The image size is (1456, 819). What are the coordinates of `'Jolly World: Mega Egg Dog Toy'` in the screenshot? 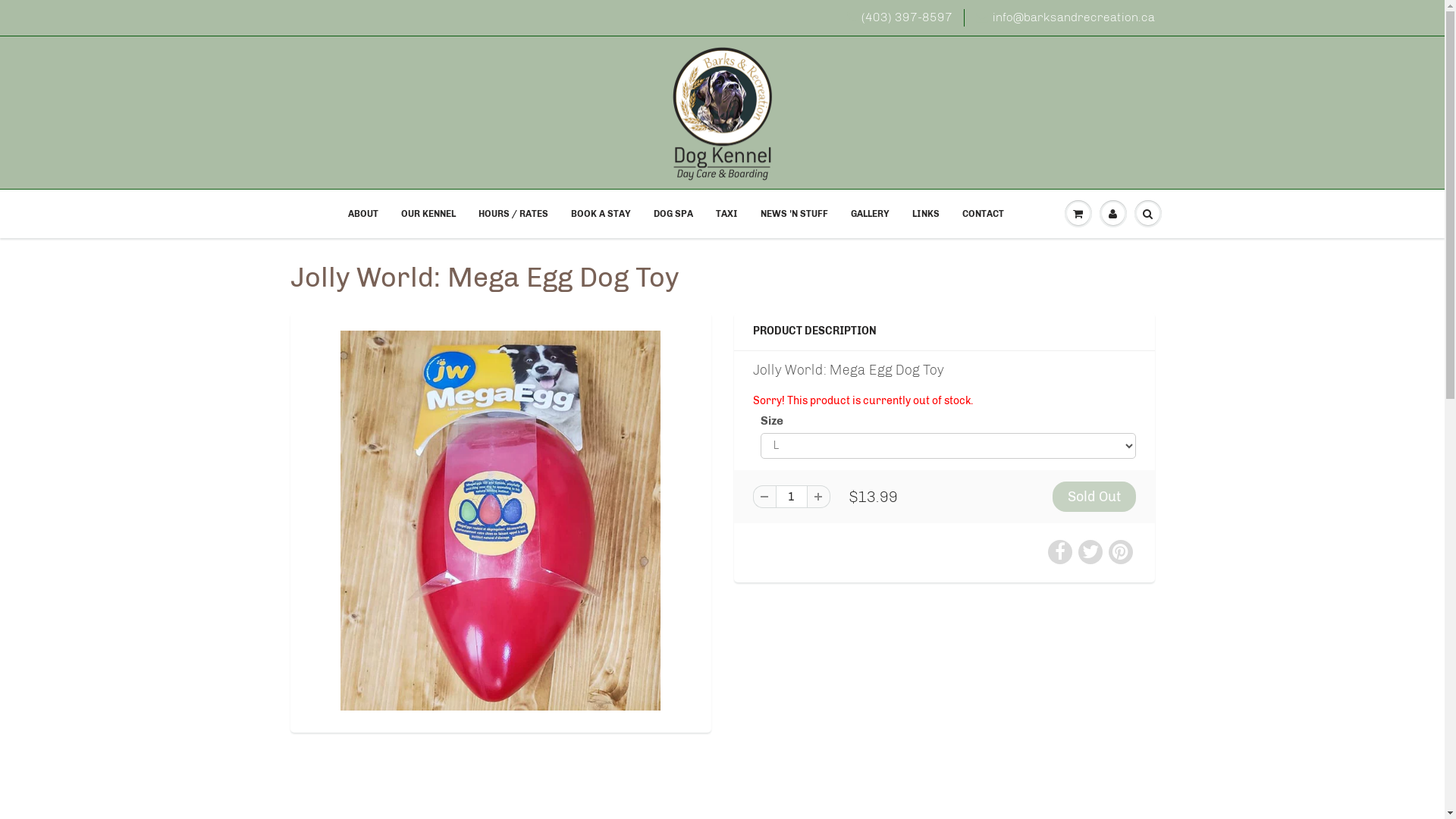 It's located at (500, 519).